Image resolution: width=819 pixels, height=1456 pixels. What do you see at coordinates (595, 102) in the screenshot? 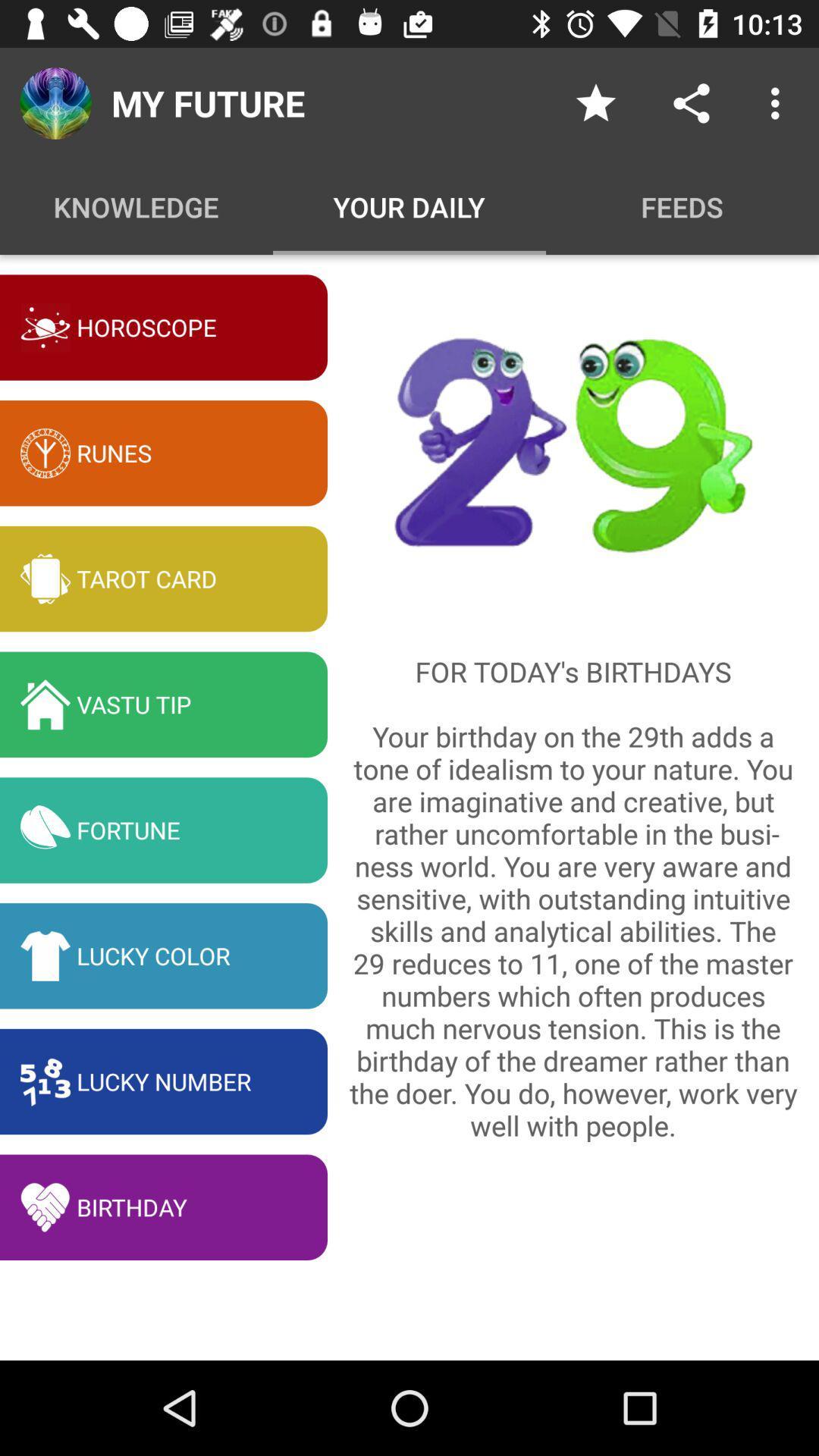
I see `item to the right of the my future item` at bounding box center [595, 102].